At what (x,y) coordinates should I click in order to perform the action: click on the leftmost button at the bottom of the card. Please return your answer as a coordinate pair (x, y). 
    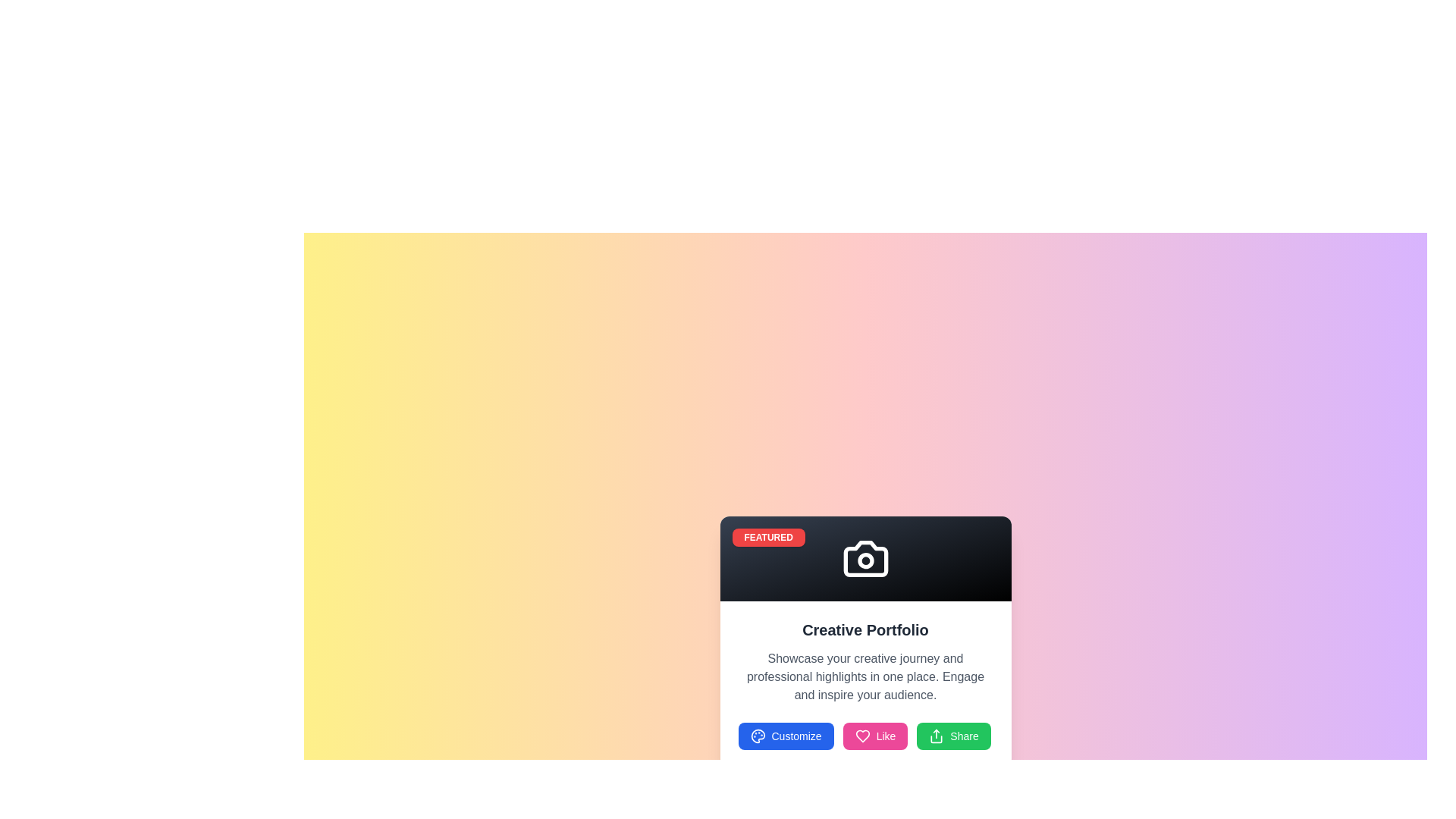
    Looking at the image, I should click on (786, 736).